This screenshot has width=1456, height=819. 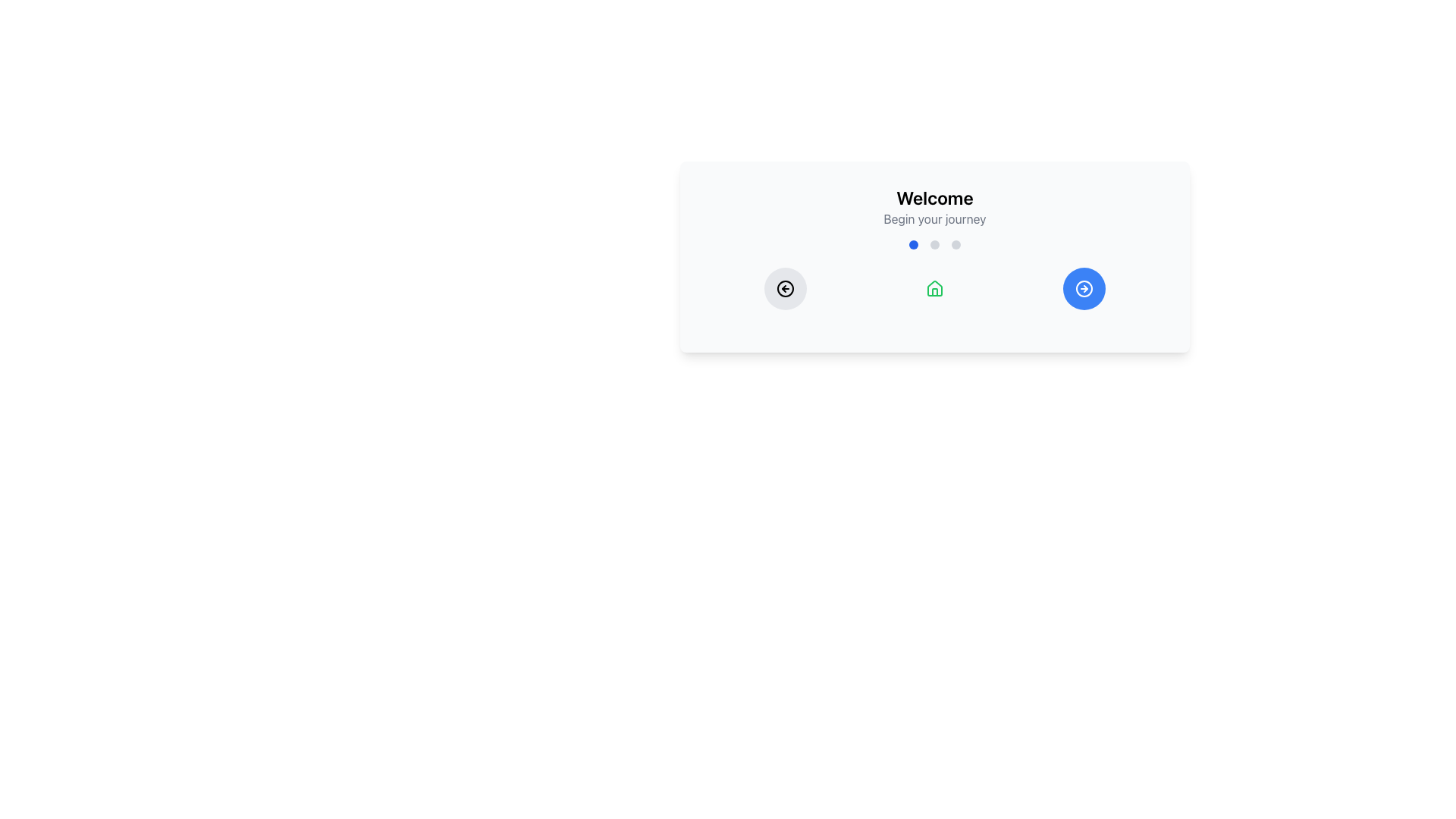 What do you see at coordinates (785, 289) in the screenshot?
I see `the left-pointing arrow button, which is a circular icon with a minimalist design located within a larger circular button with a light gray background` at bounding box center [785, 289].